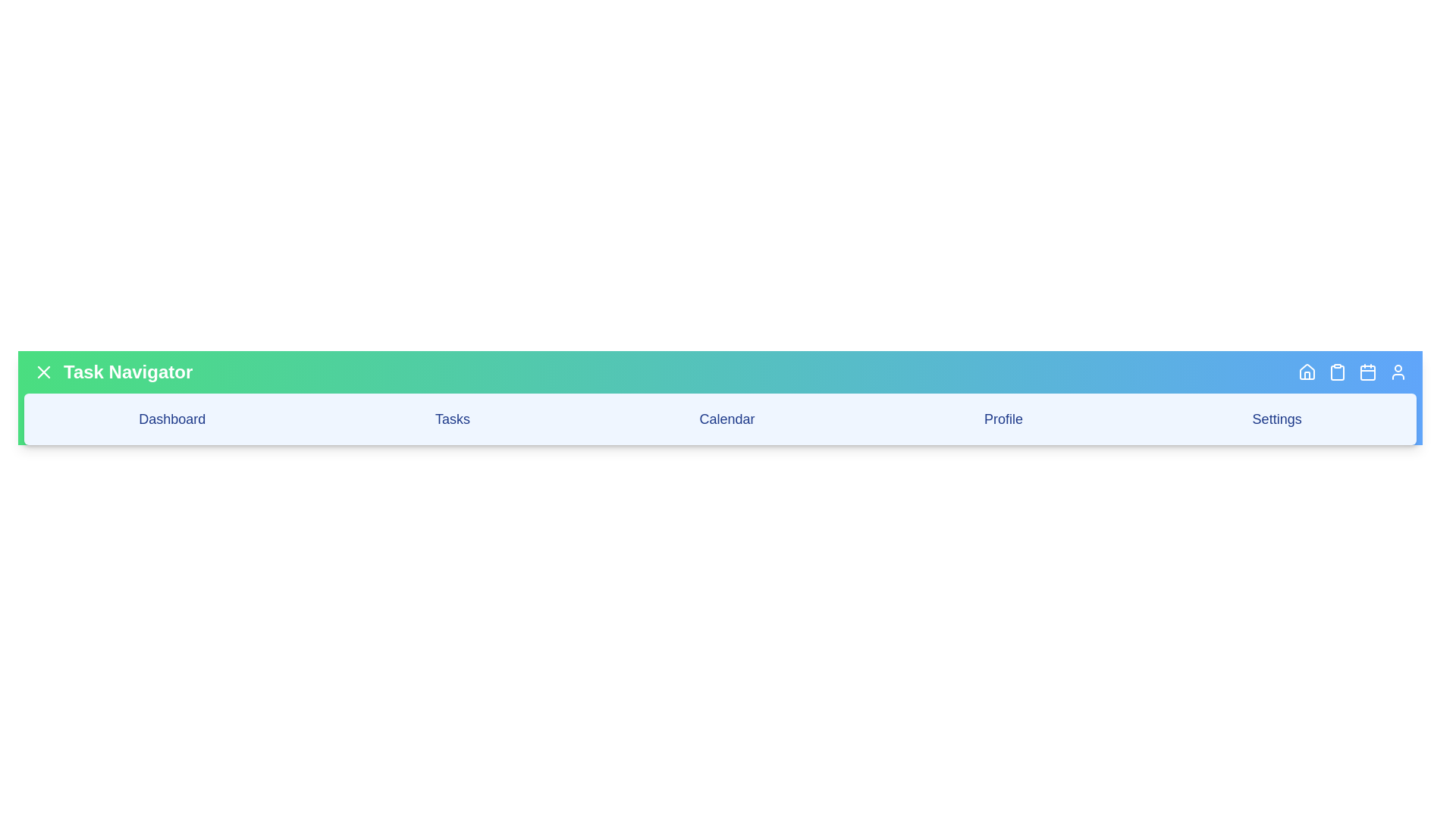 The image size is (1456, 819). I want to click on the 'Clipboard' button in the app bar, so click(1337, 372).